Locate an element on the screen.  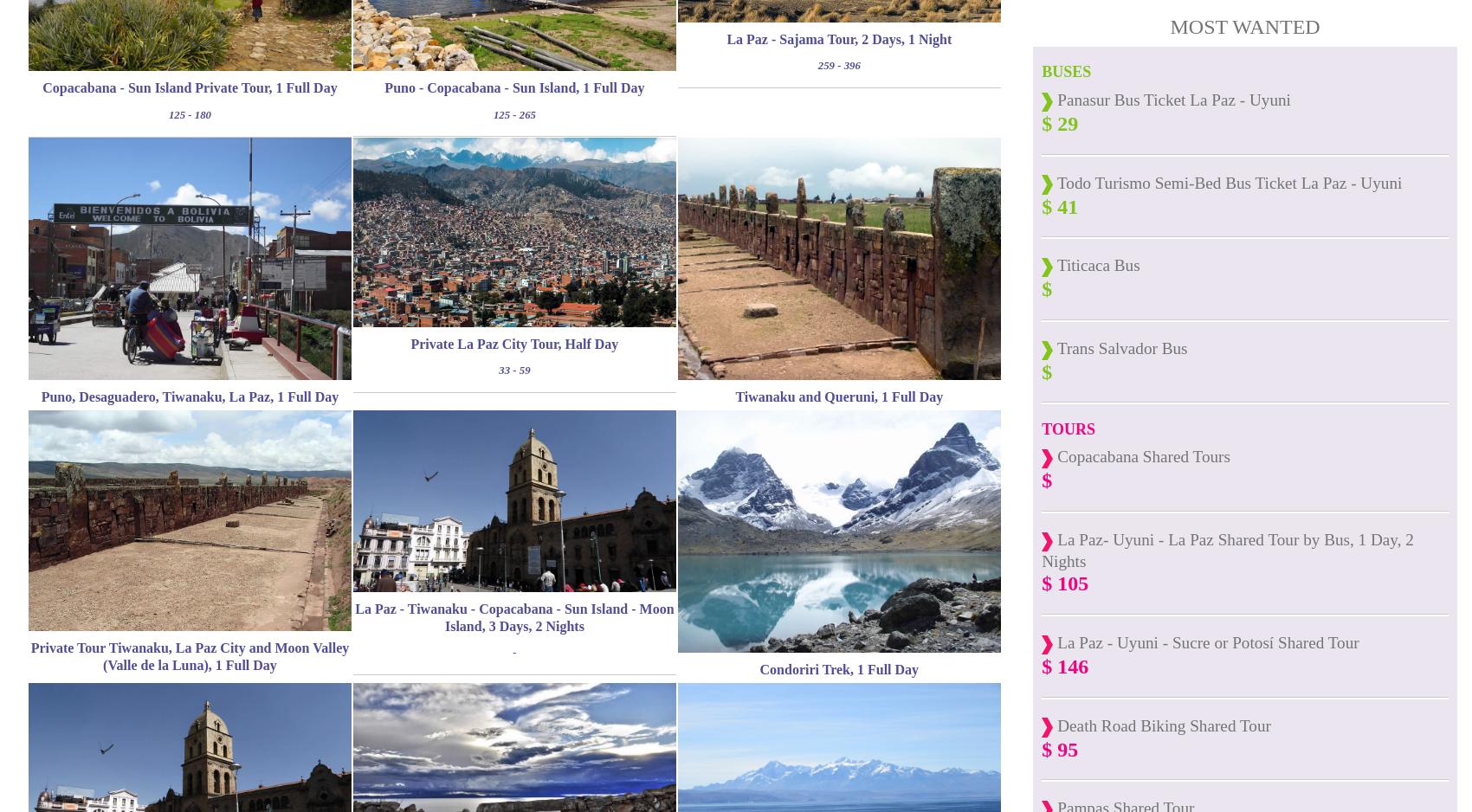
'La Paz - Uyuni - Sucre
or Potosí Shared Tour' is located at coordinates (1204, 642).